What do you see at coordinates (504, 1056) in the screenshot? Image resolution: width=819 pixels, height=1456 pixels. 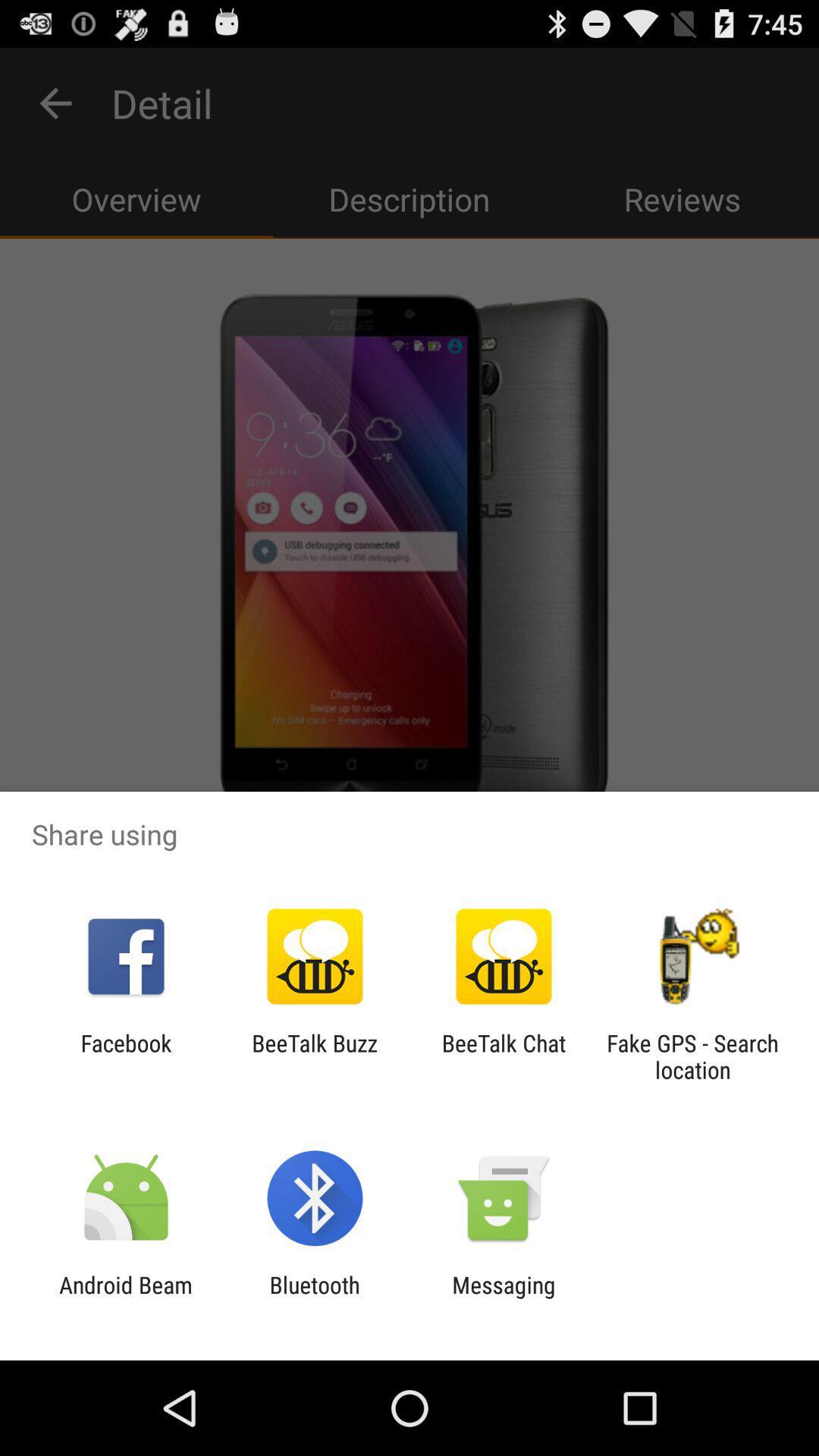 I see `the beetalk chat app` at bounding box center [504, 1056].